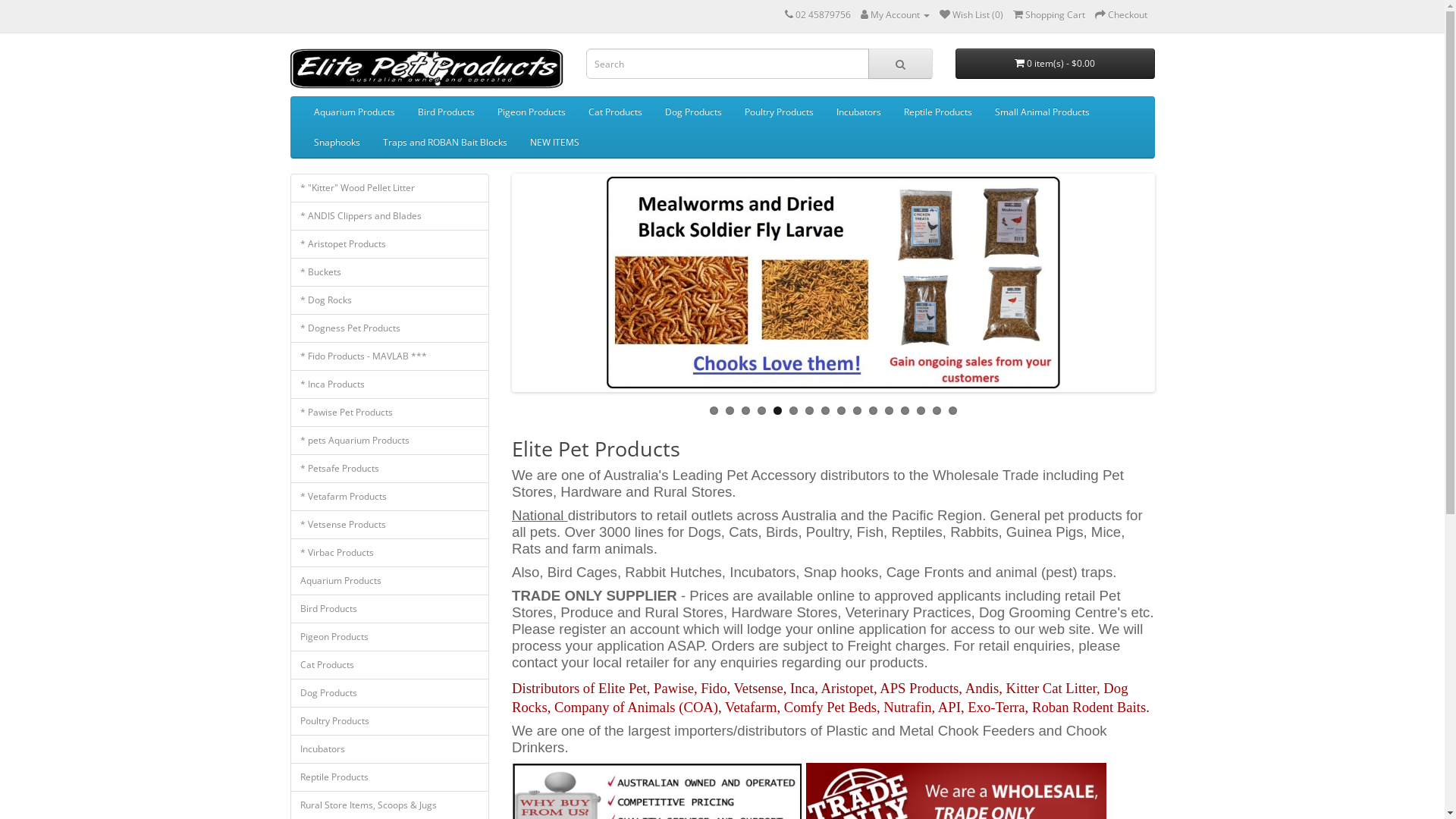  What do you see at coordinates (389, 636) in the screenshot?
I see `'Pigeon Products'` at bounding box center [389, 636].